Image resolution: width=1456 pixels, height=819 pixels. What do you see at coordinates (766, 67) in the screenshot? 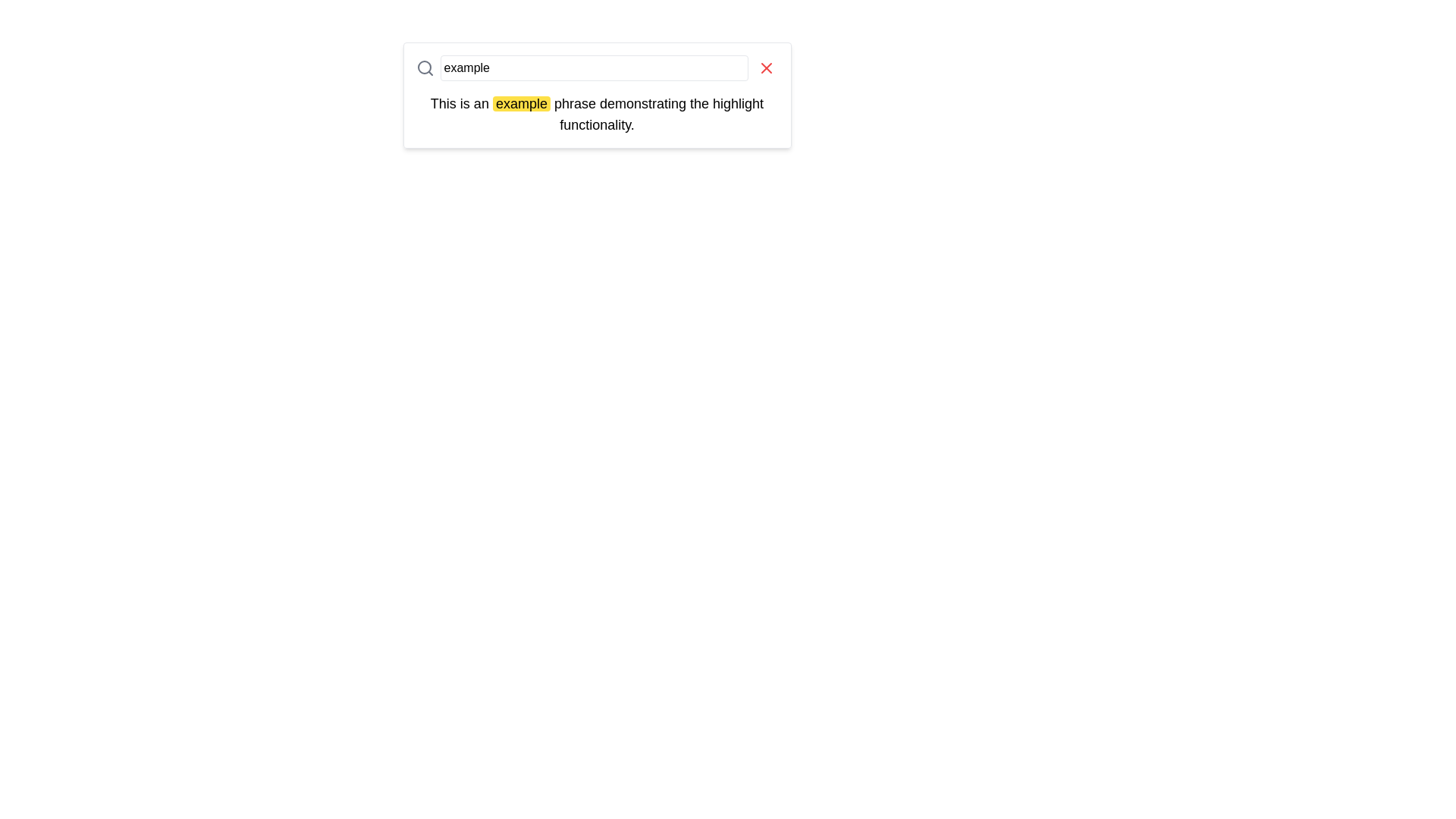
I see `the clear button located in the top-right corner of the search bar to clear the input field` at bounding box center [766, 67].